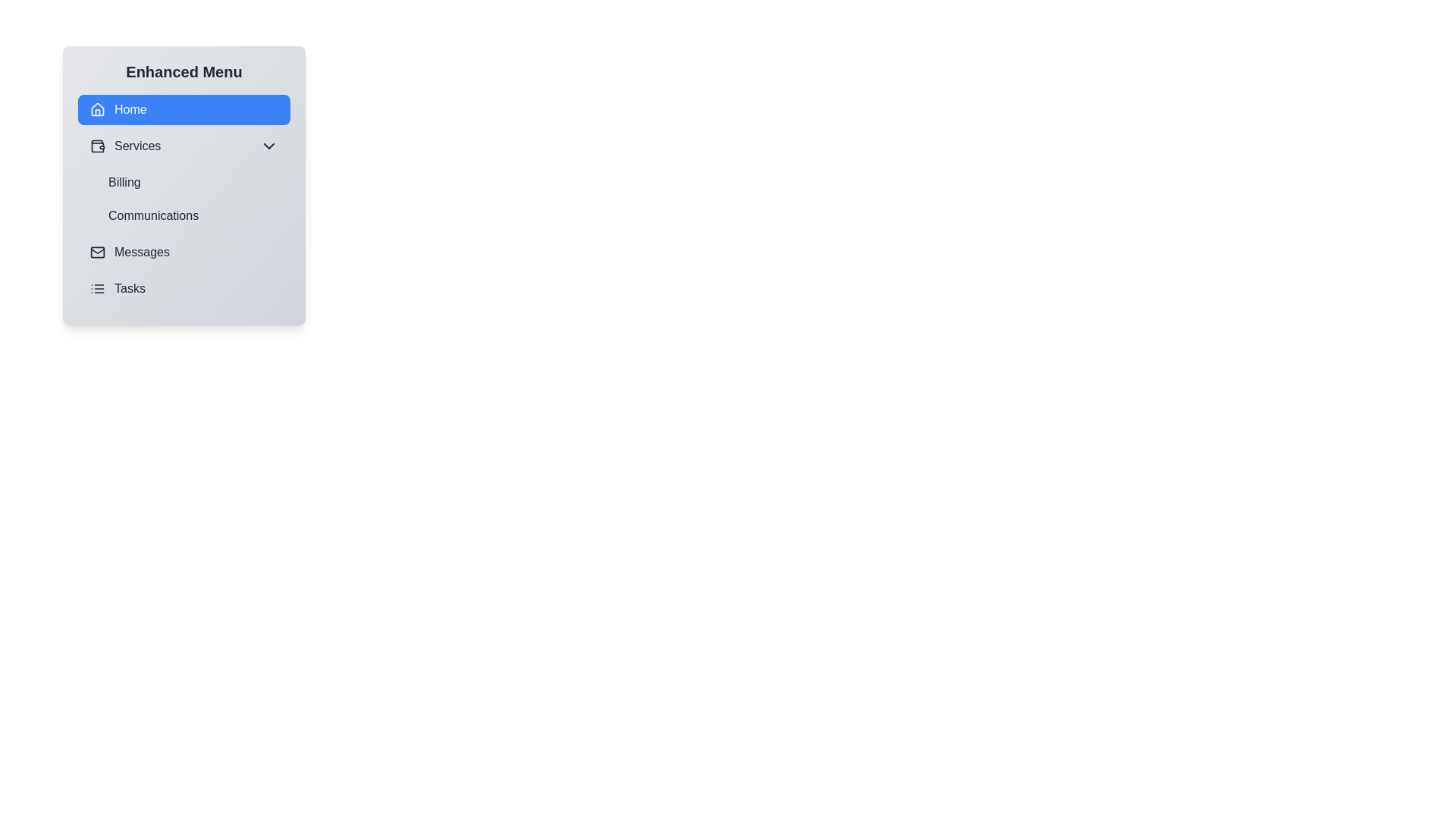 This screenshot has width=1456, height=819. What do you see at coordinates (117, 289) in the screenshot?
I see `the 'Tasks' menu item, which features an icon of three horizontal lines` at bounding box center [117, 289].